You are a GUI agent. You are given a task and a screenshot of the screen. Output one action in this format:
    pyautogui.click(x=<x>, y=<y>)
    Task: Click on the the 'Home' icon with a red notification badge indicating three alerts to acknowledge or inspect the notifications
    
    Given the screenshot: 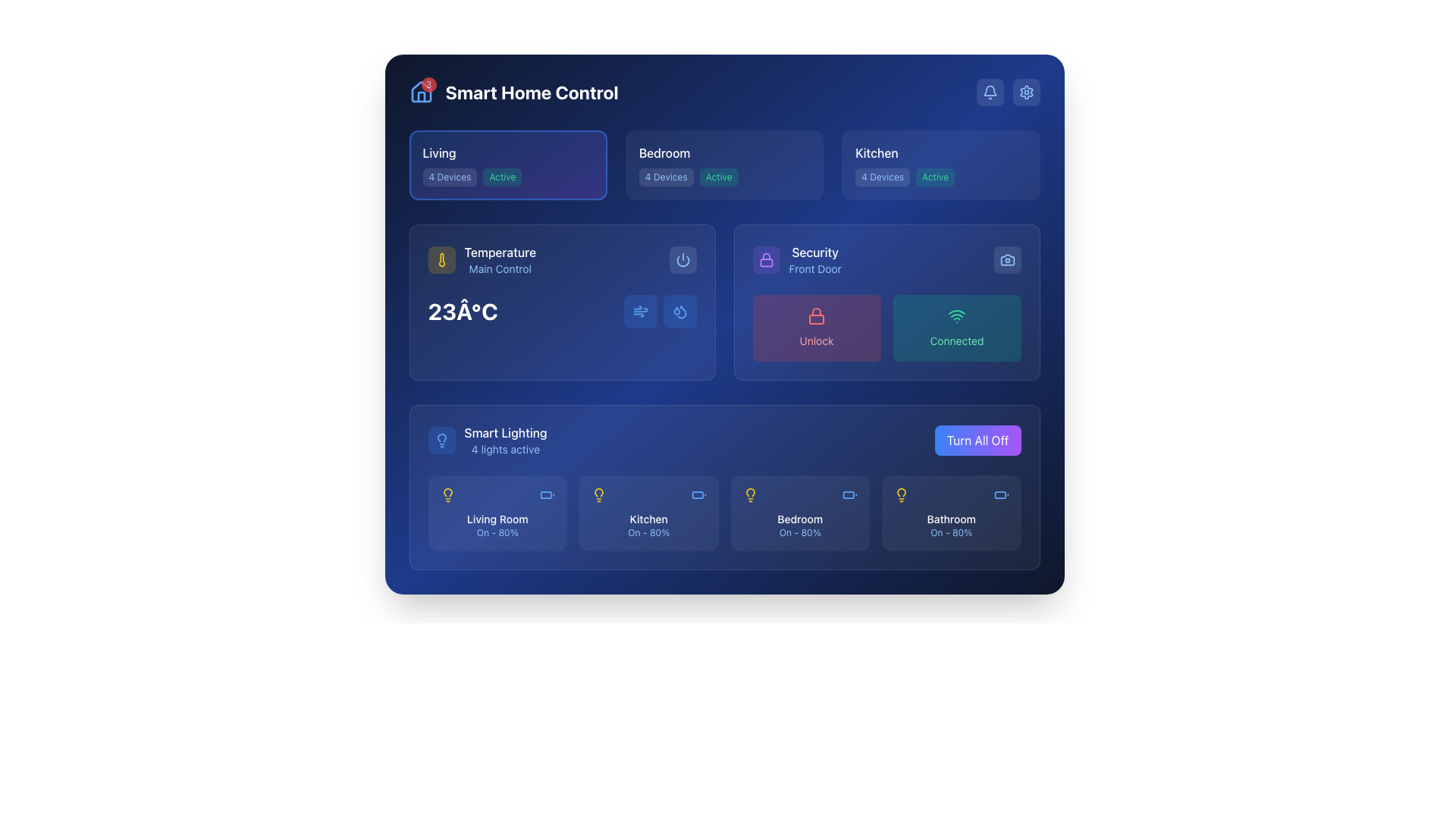 What is the action you would take?
    pyautogui.click(x=421, y=93)
    